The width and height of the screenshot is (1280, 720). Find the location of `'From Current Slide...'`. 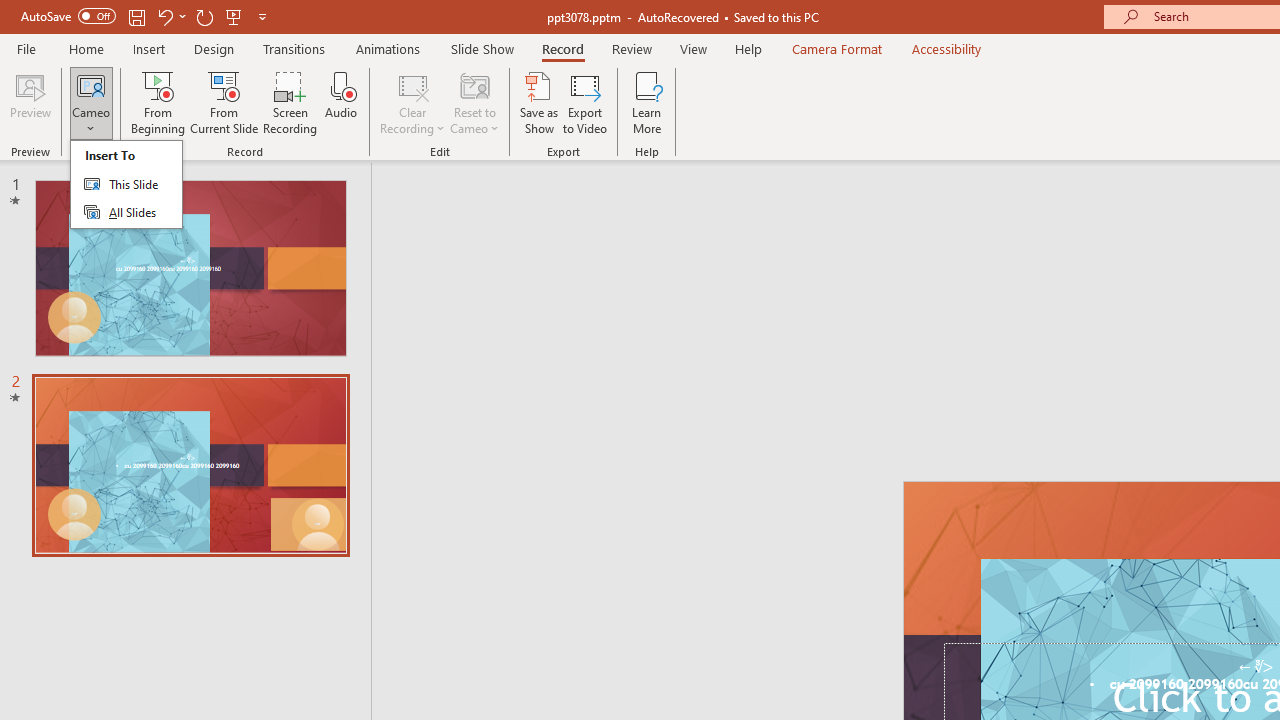

'From Current Slide...' is located at coordinates (224, 103).